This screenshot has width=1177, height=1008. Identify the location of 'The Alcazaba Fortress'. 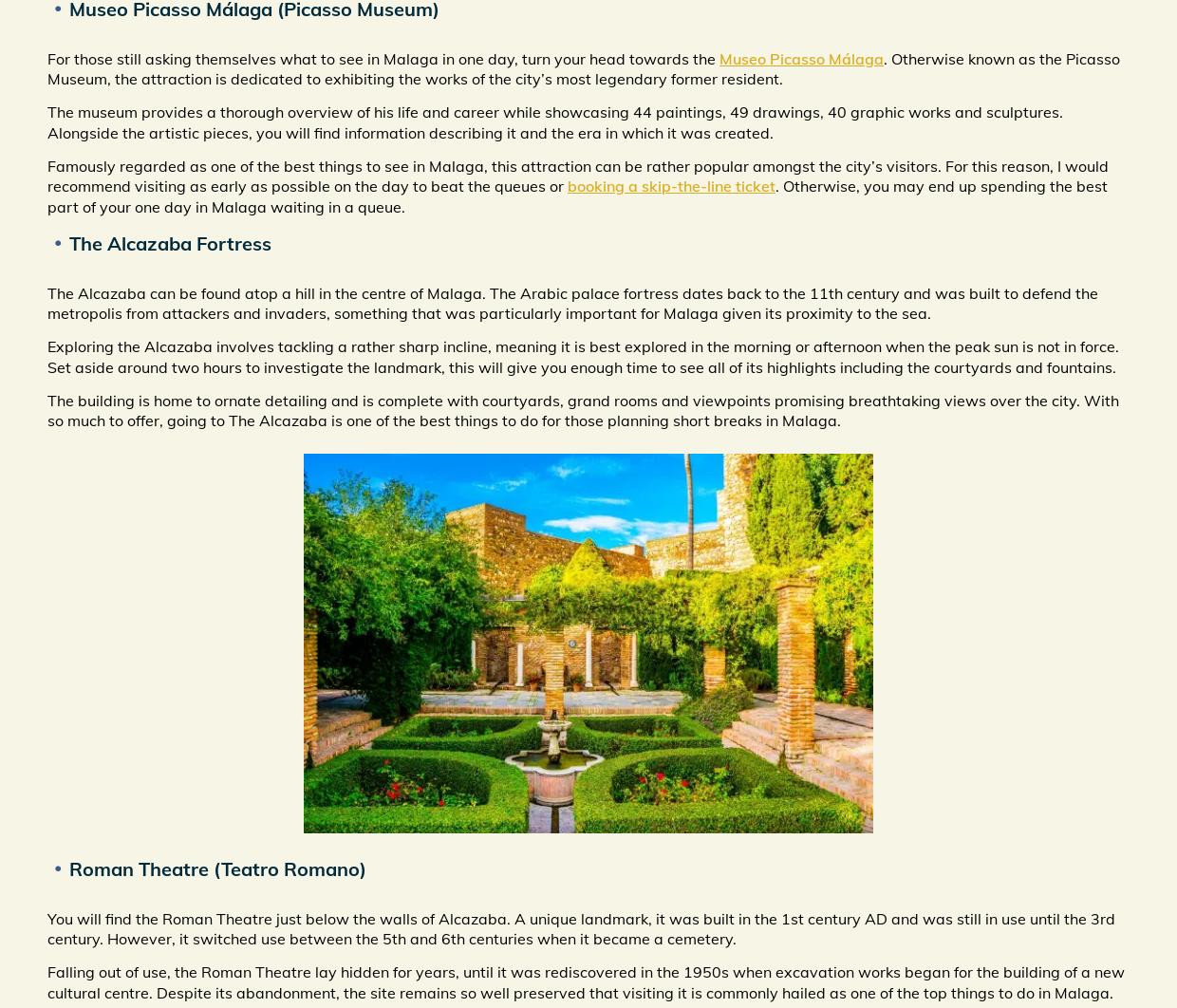
(169, 242).